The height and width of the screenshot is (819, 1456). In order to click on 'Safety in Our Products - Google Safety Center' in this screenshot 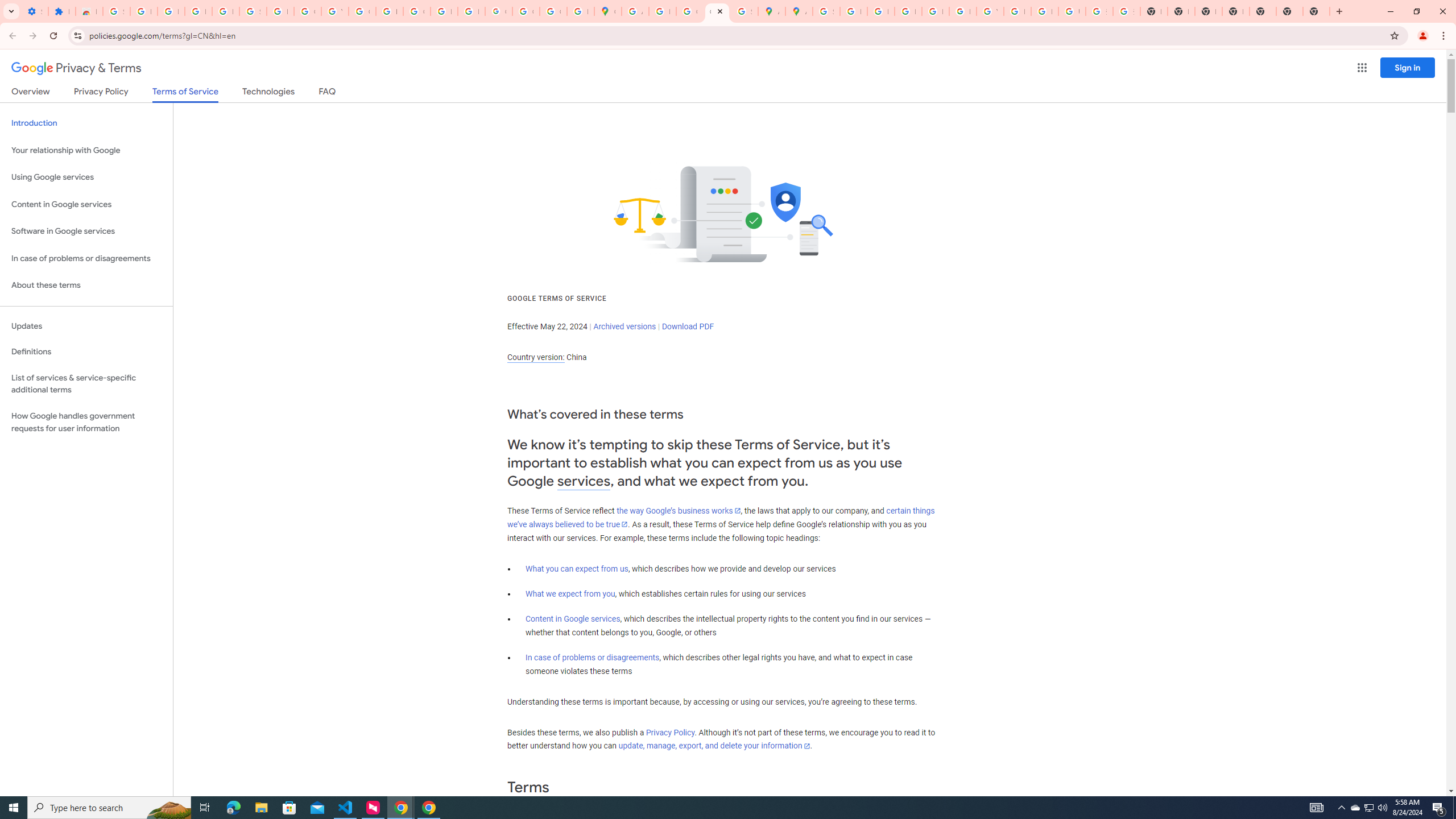, I will do `click(744, 11)`.